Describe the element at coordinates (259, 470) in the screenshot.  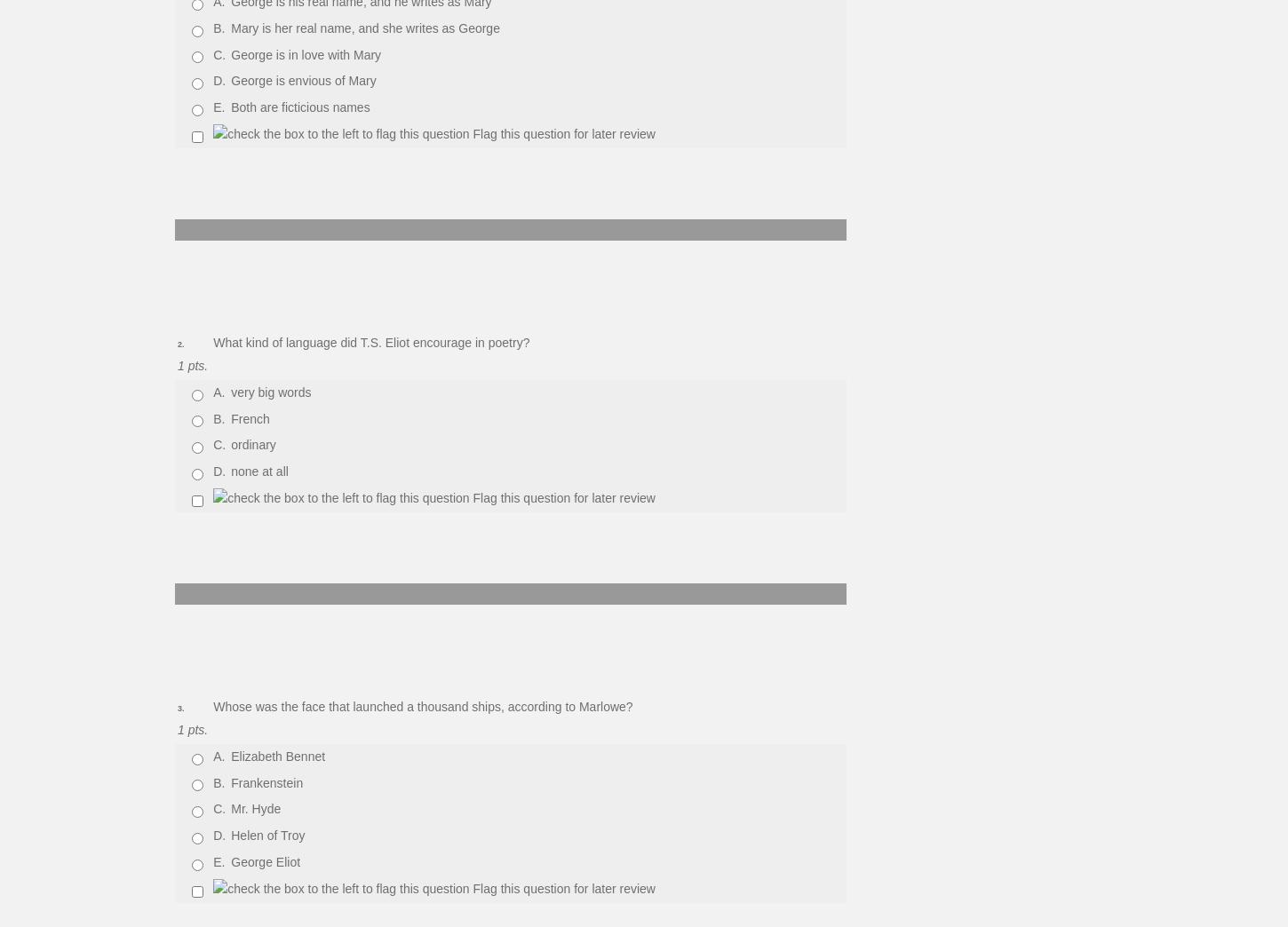
I see `'none at all'` at that location.